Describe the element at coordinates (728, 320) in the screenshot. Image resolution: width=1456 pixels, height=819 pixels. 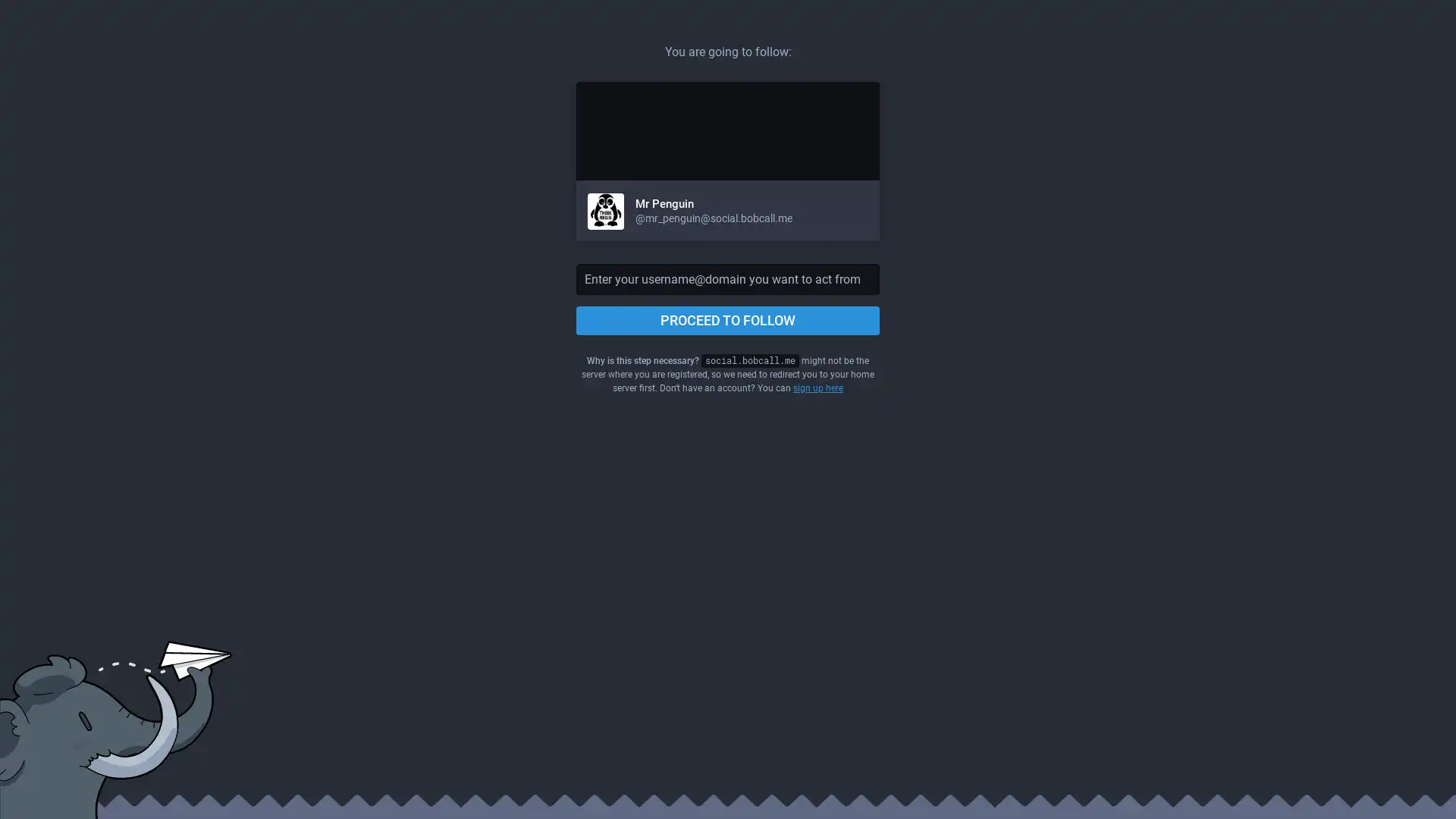
I see `PROCEED TO FOLLOW` at that location.